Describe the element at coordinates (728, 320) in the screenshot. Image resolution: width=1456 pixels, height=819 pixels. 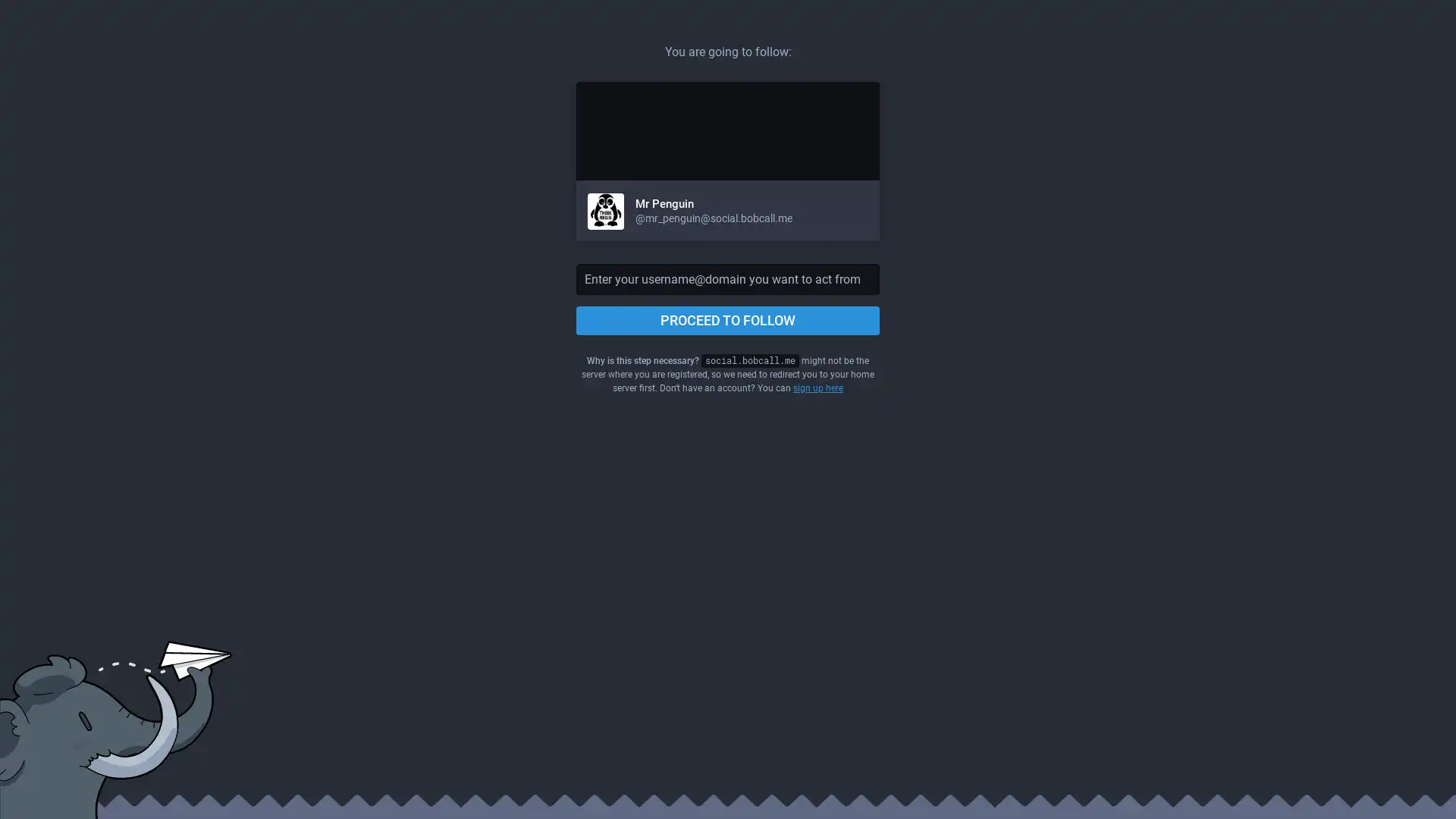
I see `PROCEED TO FOLLOW` at that location.